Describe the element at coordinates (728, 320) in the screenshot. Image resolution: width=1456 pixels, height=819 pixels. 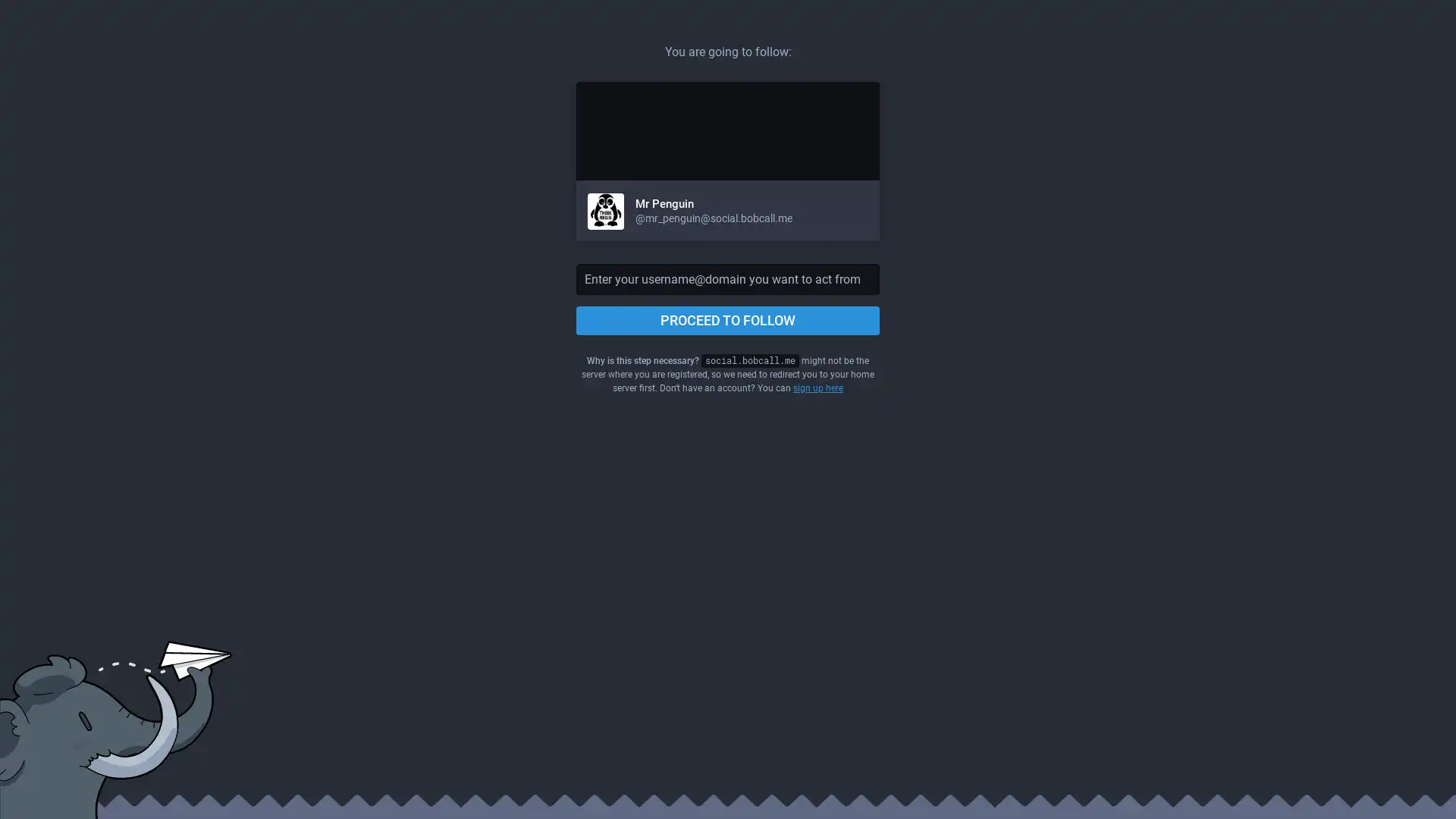
I see `PROCEED TO FOLLOW` at that location.